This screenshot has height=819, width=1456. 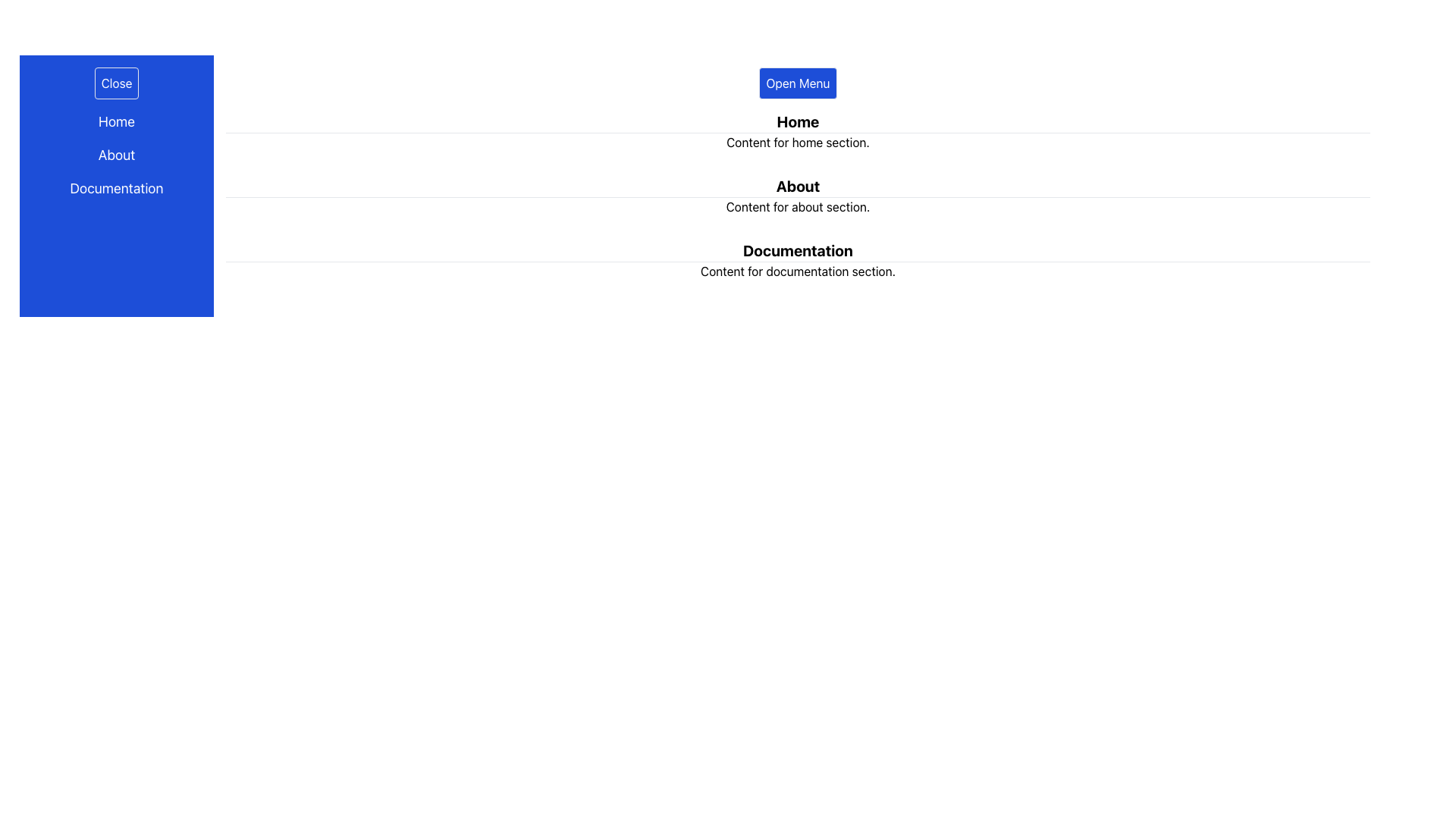 I want to click on the 'Close' button with a blue background and rounded edges, so click(x=115, y=83).